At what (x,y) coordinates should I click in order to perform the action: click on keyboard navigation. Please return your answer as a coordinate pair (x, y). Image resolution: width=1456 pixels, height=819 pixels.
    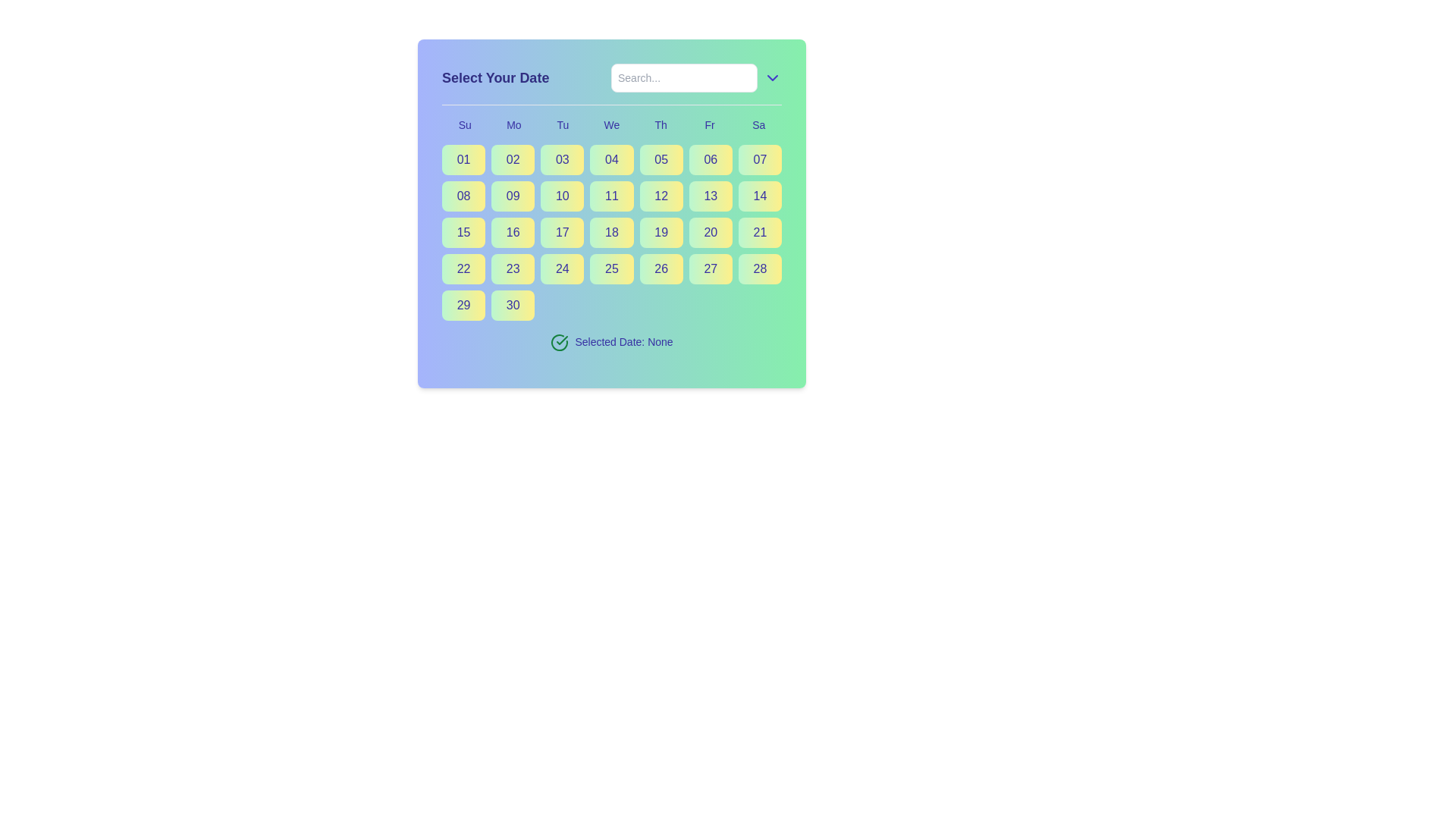
    Looking at the image, I should click on (661, 268).